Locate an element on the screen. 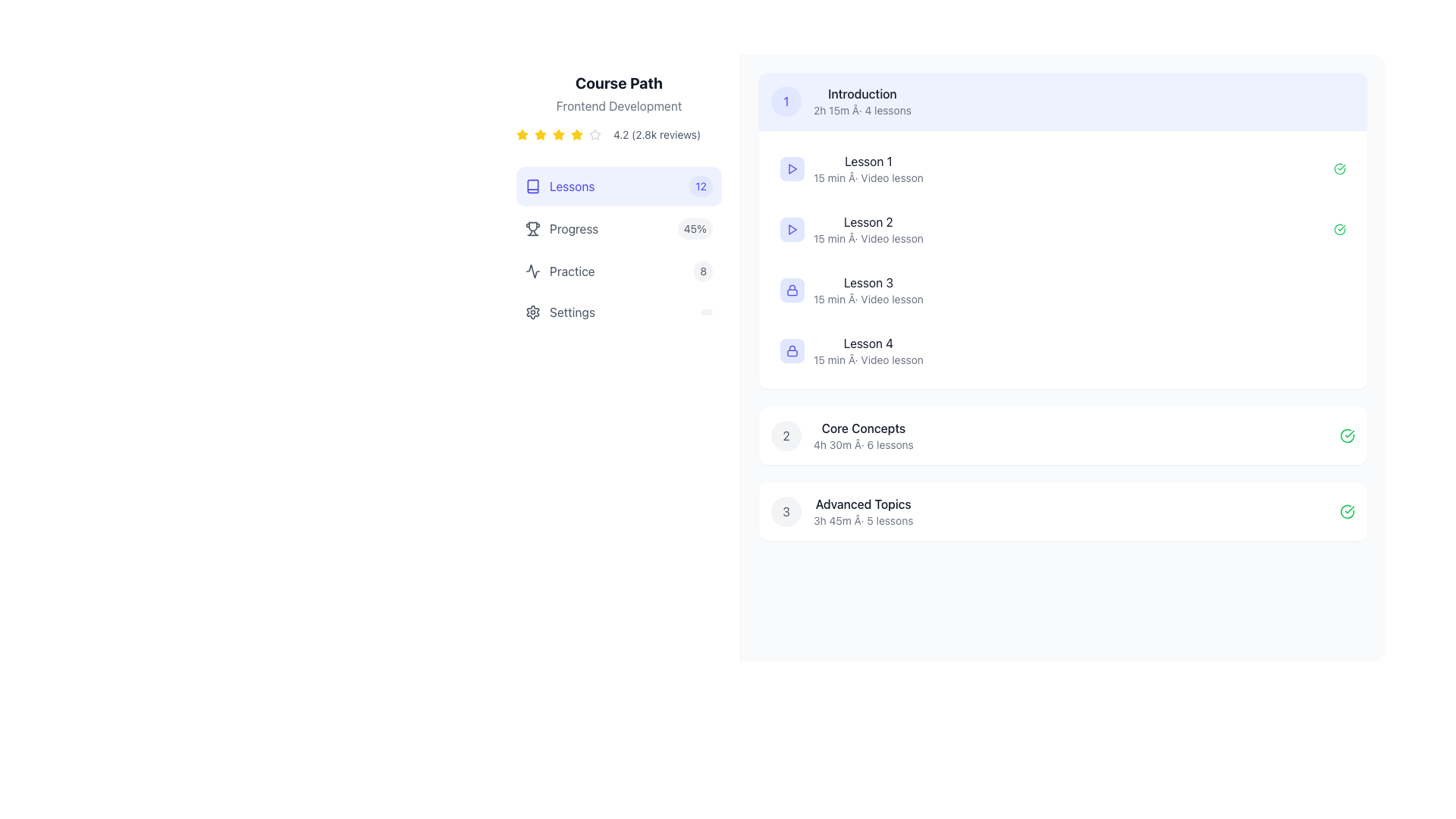 The image size is (1456, 819). the informational Text label displaying metadata about the lesson duration and type, located directly below 'Lesson 1' in the 'Introduction' section is located at coordinates (868, 177).